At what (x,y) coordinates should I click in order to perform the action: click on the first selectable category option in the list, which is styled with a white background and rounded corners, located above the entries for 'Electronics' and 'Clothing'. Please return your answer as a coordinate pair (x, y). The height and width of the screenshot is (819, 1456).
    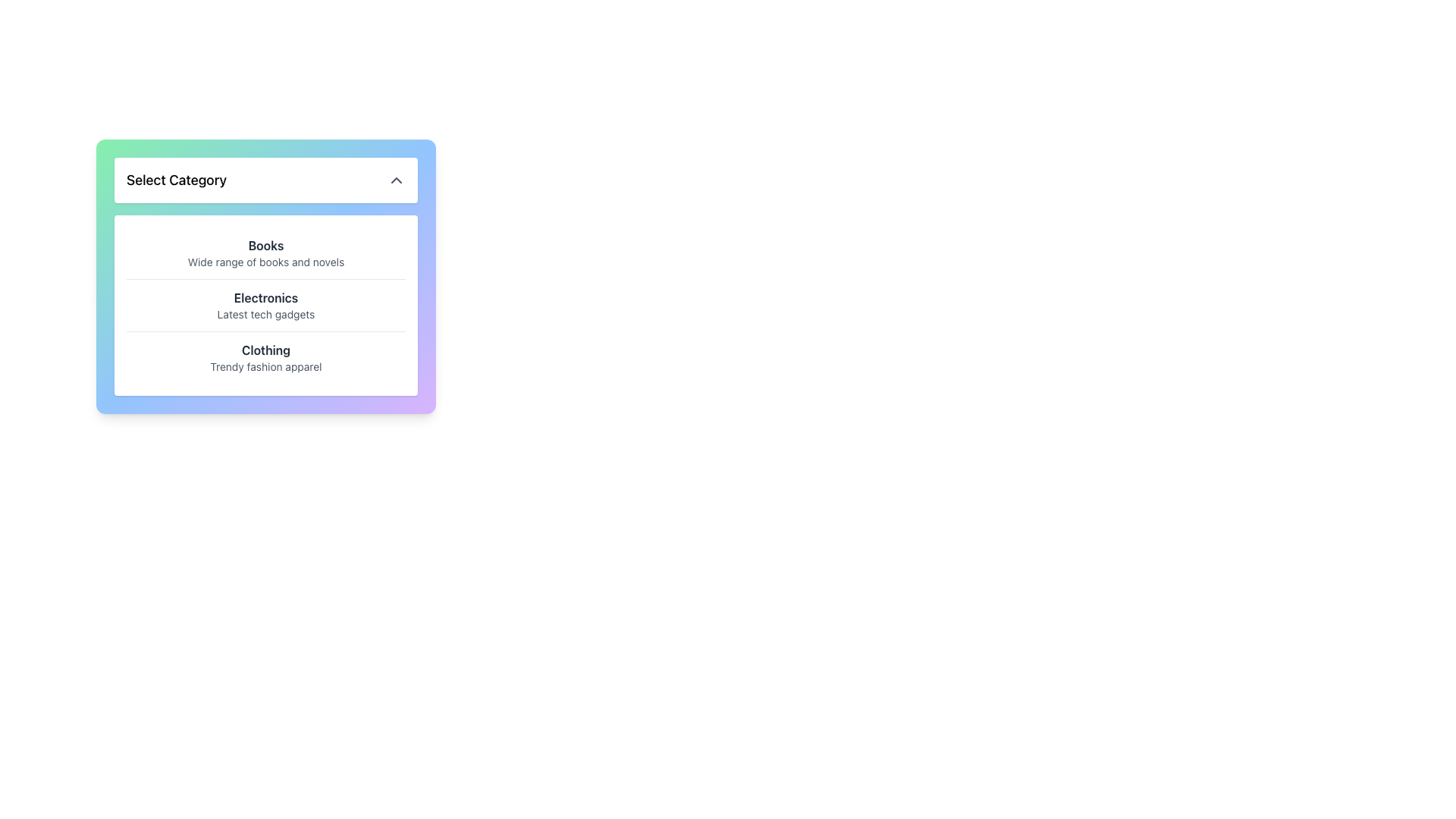
    Looking at the image, I should click on (265, 253).